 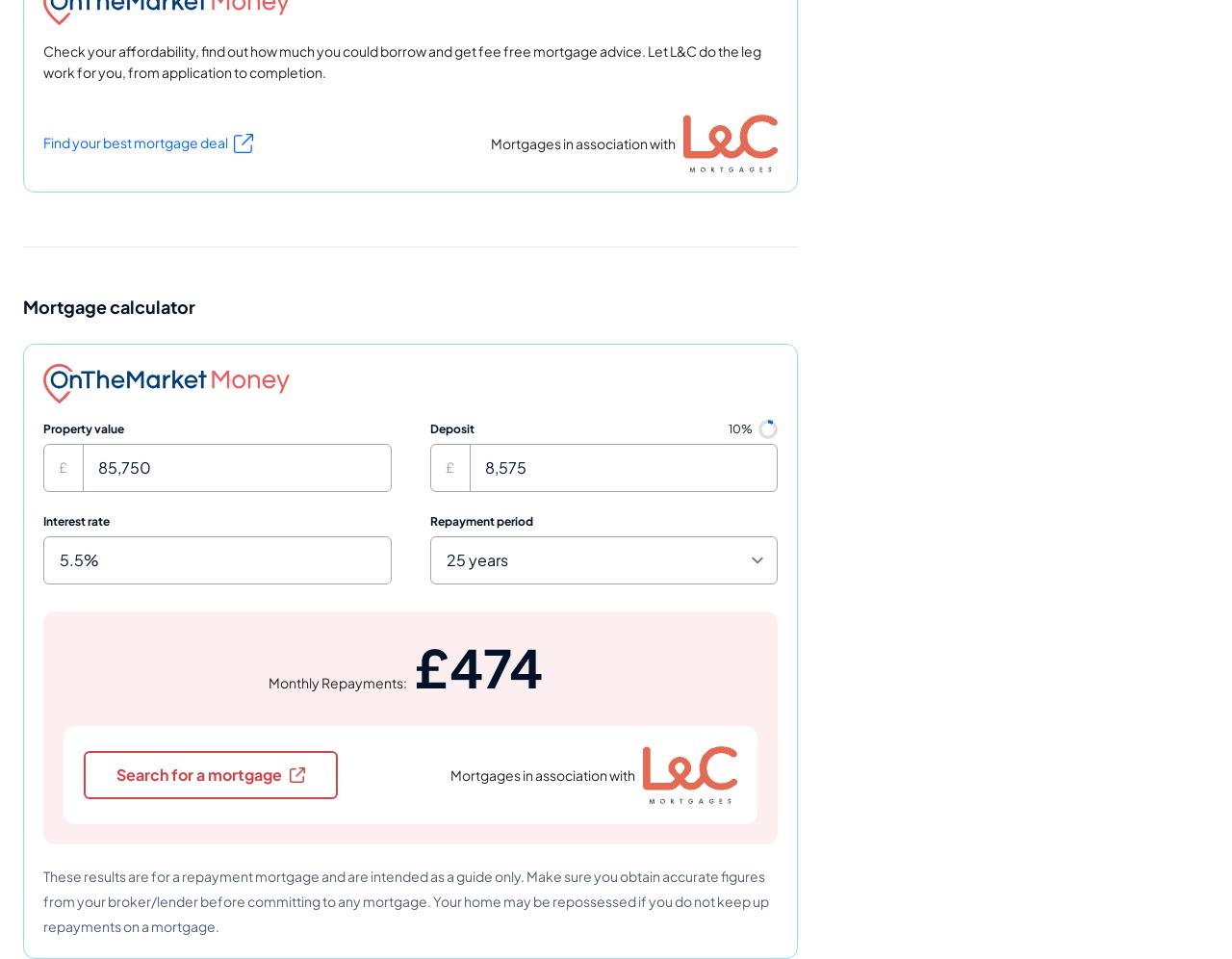 What do you see at coordinates (405, 900) in the screenshot?
I see `'These results are for a repayment mortgage and are intended as a guide only. Make sure you obtain accurate figures from your broker/lender before committing to any mortgage. Your home may be repossessed if you do not keep up repayments on a mortgage.'` at bounding box center [405, 900].